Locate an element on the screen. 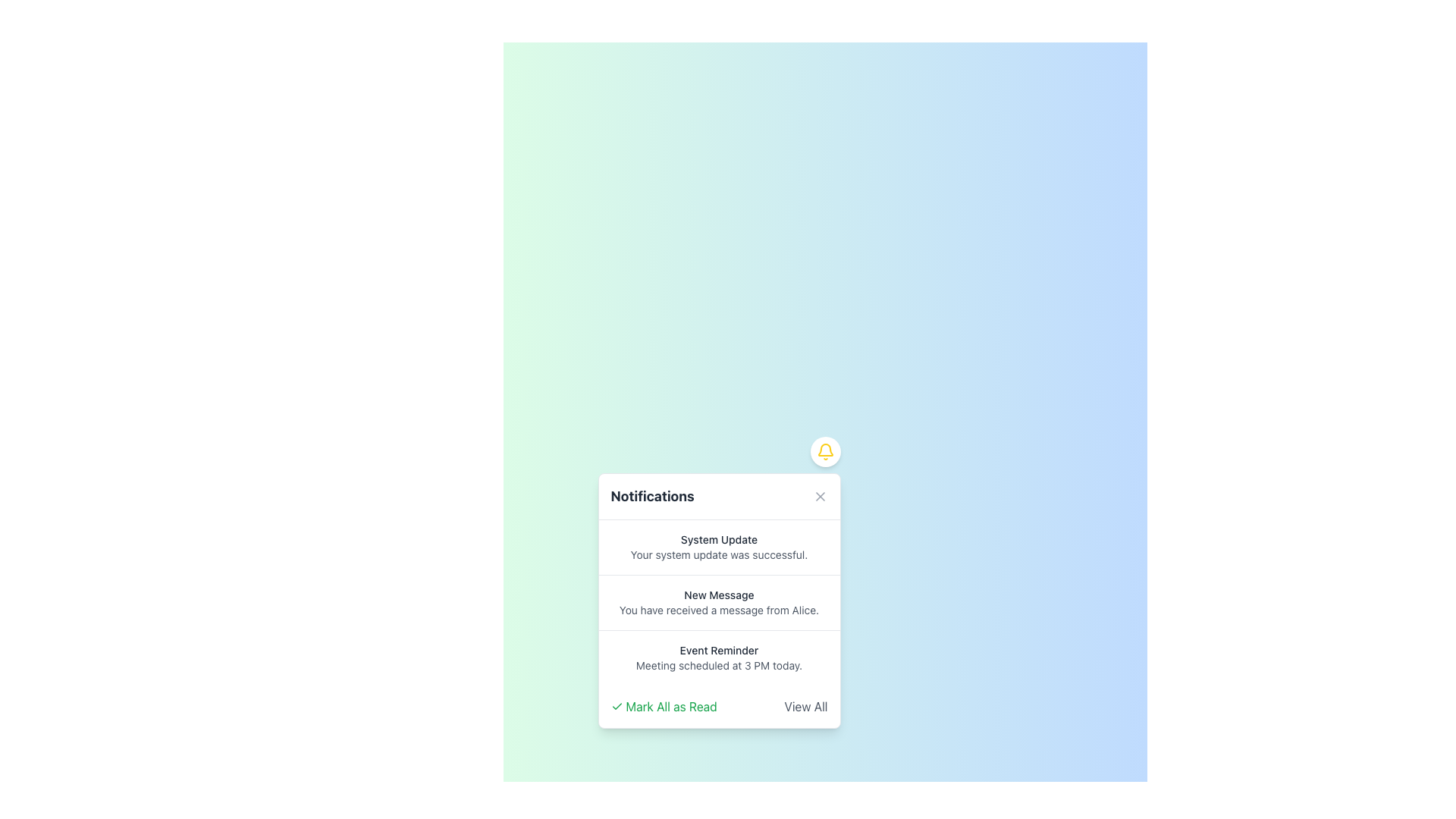 The width and height of the screenshot is (1456, 819). the text label that serves as the heading for the notification about a new message received is located at coordinates (718, 595).